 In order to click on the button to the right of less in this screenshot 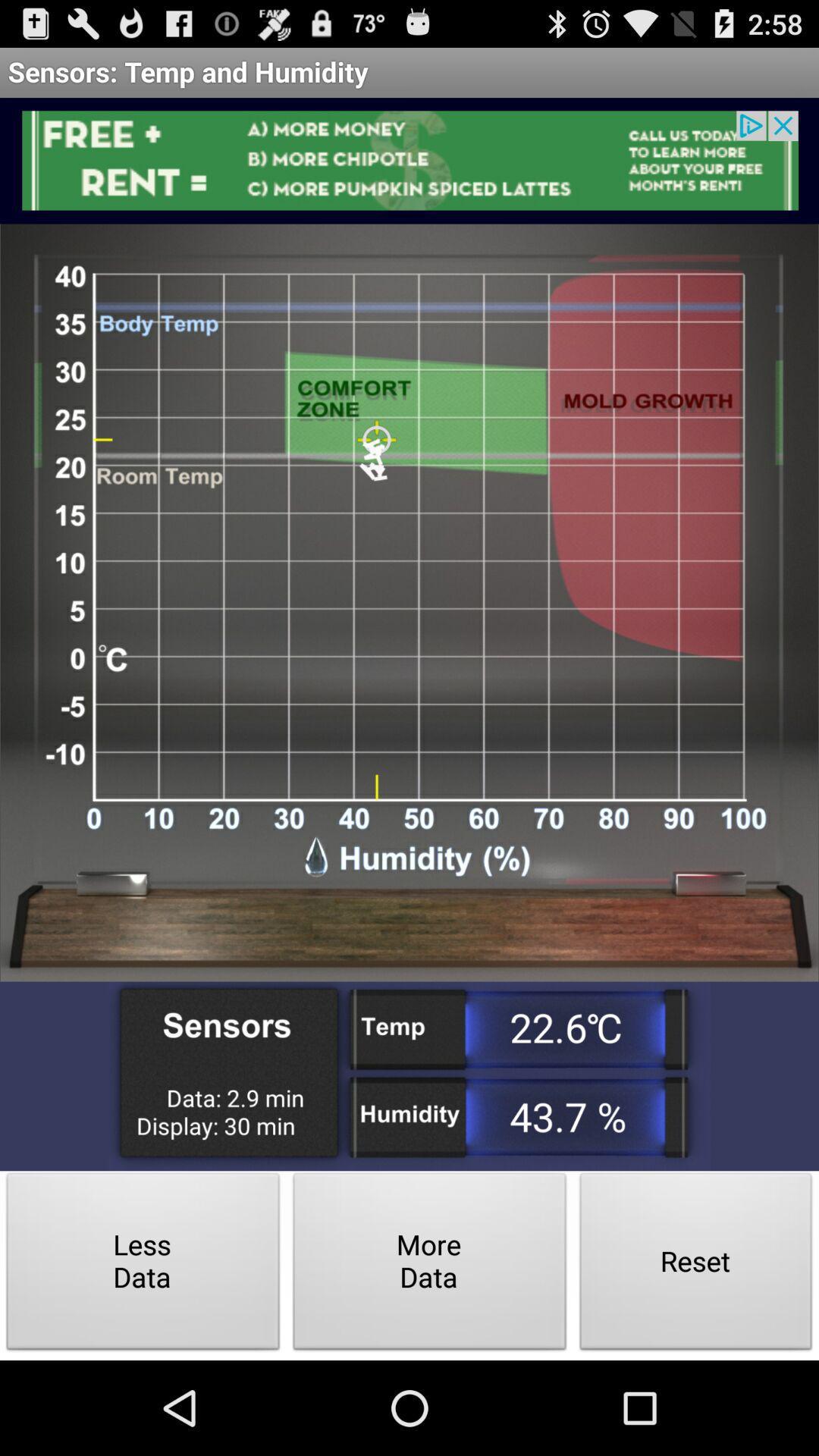, I will do `click(430, 1266)`.